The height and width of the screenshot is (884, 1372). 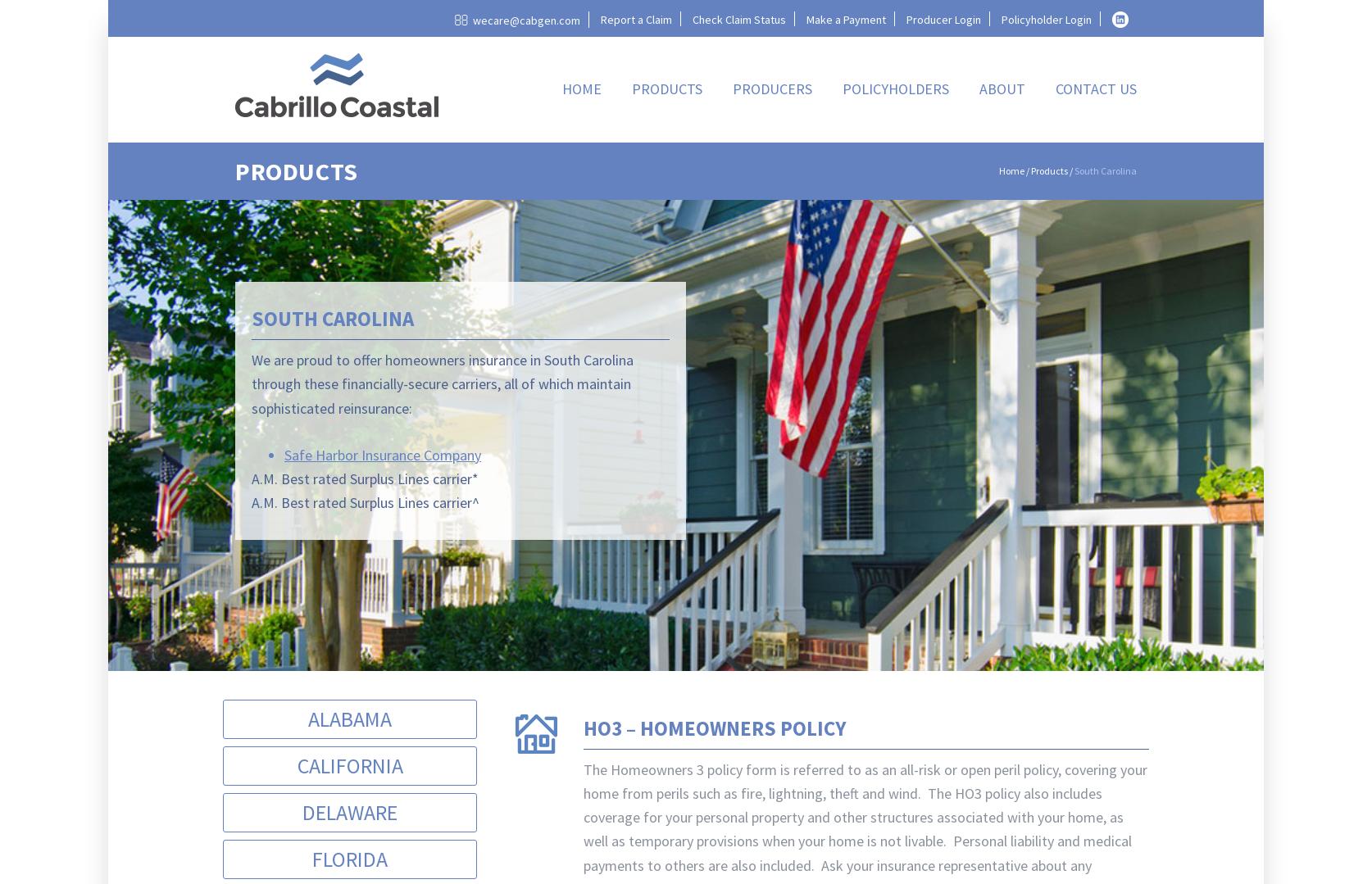 I want to click on 'HO3 – Homeowners Policy', so click(x=582, y=727).